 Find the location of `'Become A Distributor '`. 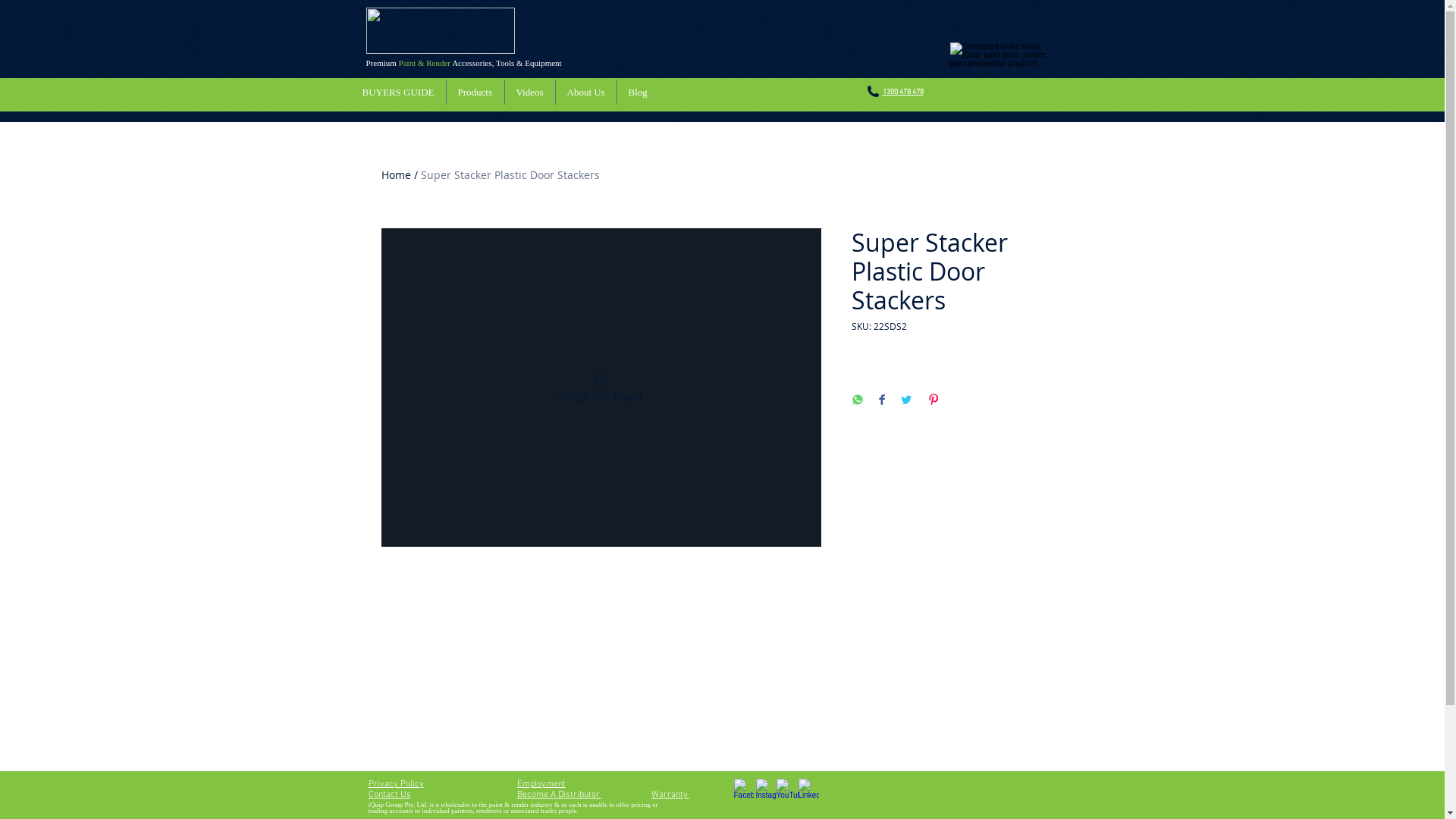

'Become A Distributor ' is located at coordinates (559, 794).